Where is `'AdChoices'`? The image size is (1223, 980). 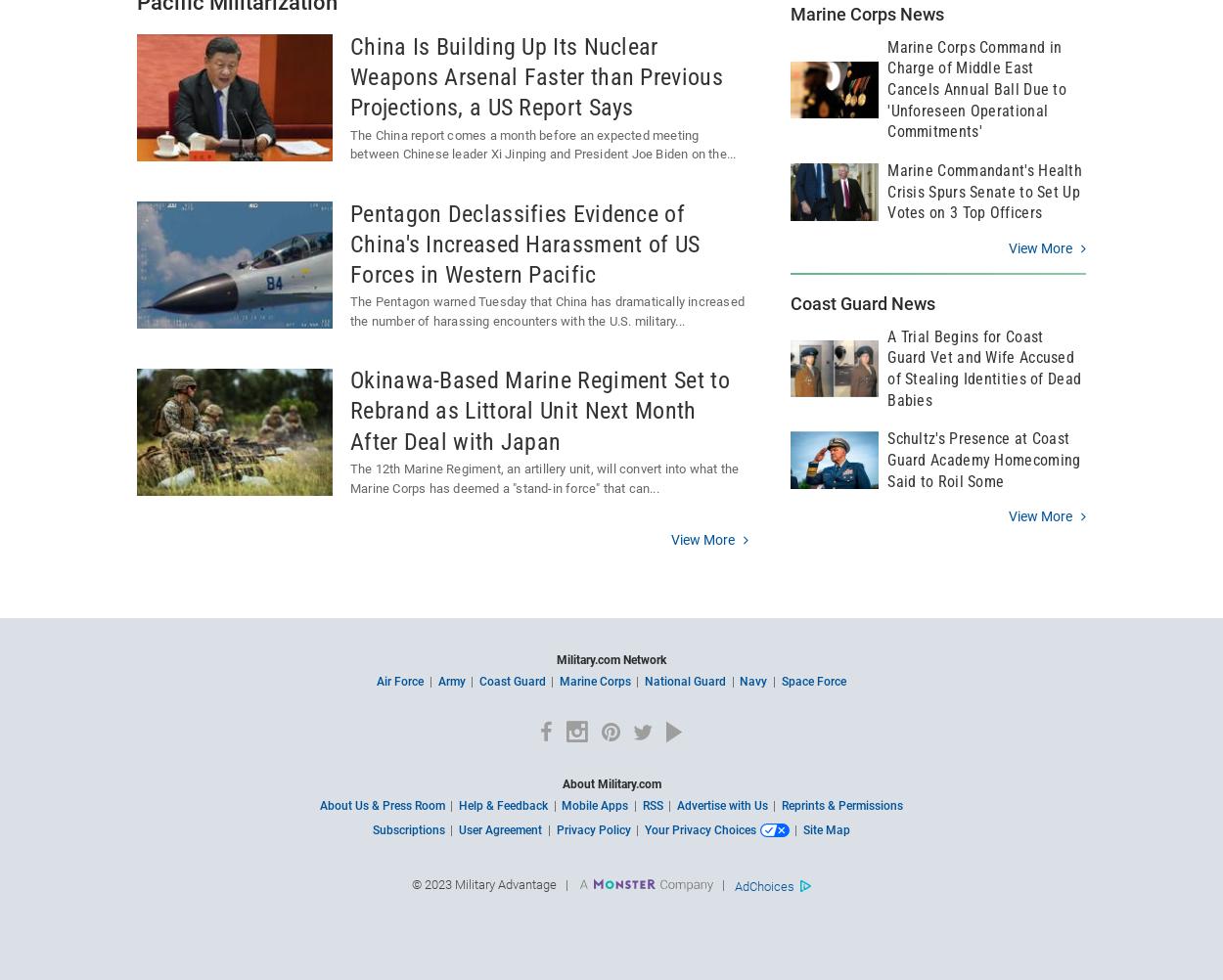 'AdChoices' is located at coordinates (765, 885).